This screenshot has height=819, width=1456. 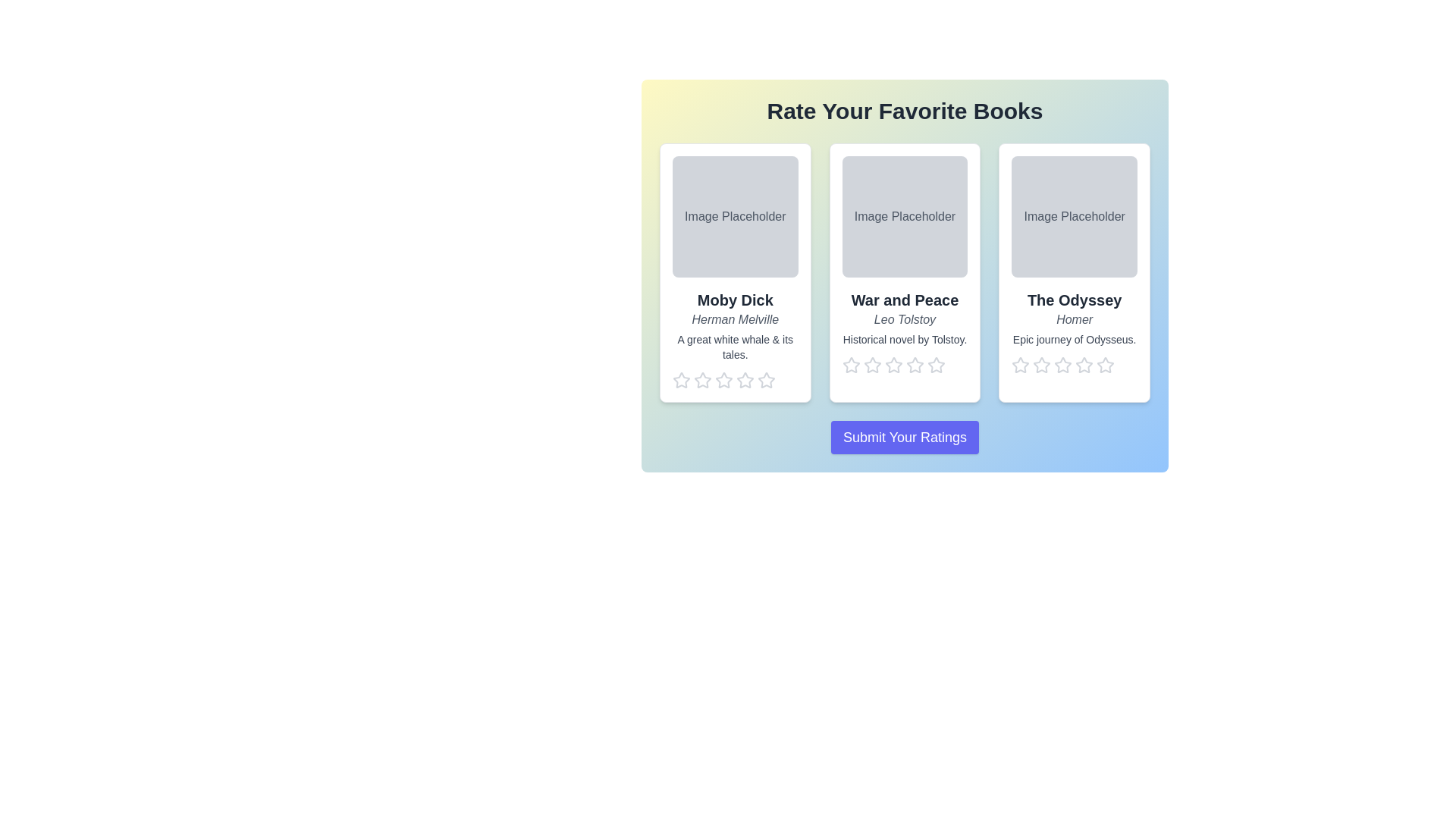 I want to click on the star corresponding to the rating 5 for the book War and Peace, so click(x=935, y=366).